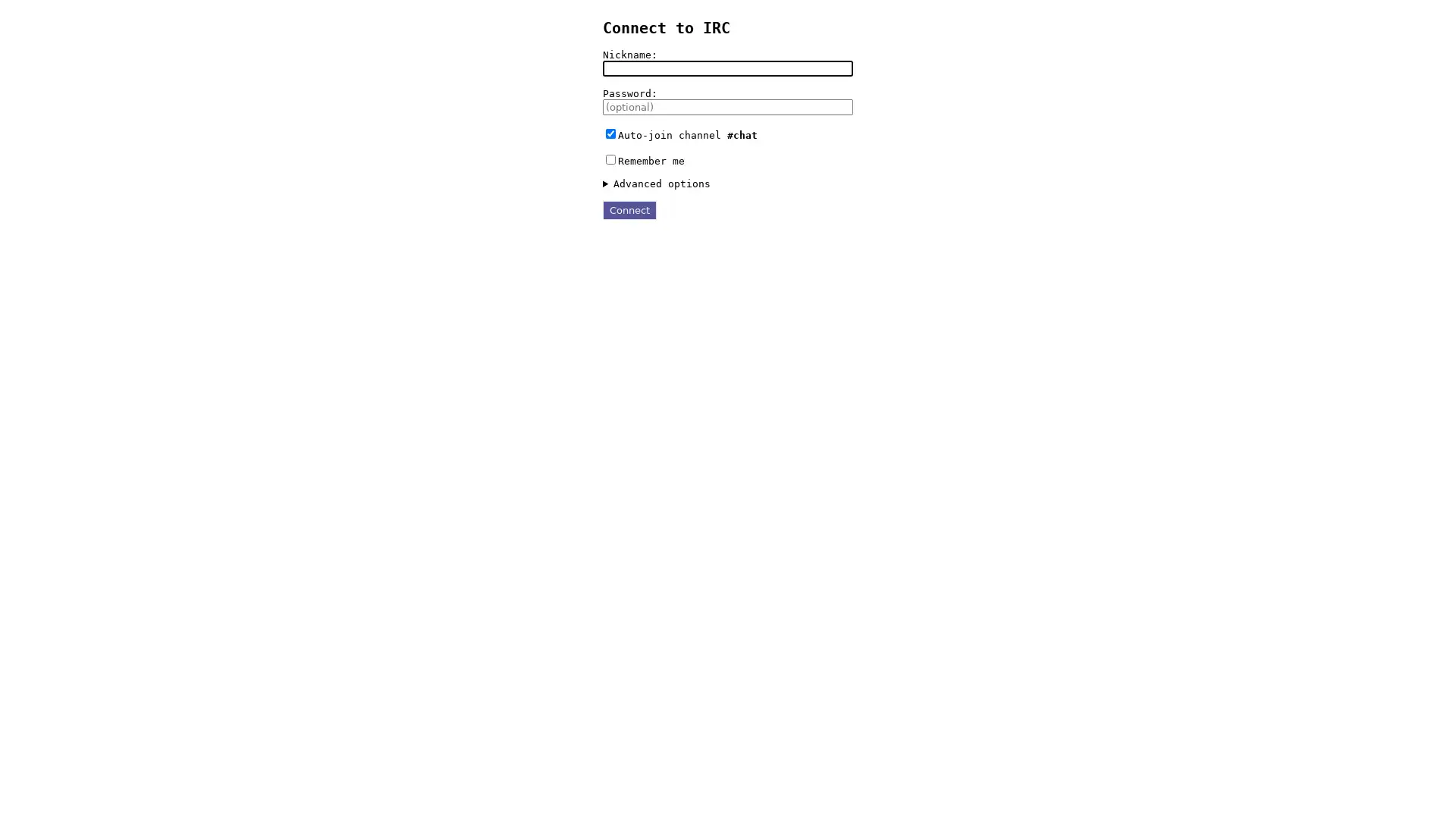  I want to click on Advanced options, so click(728, 183).